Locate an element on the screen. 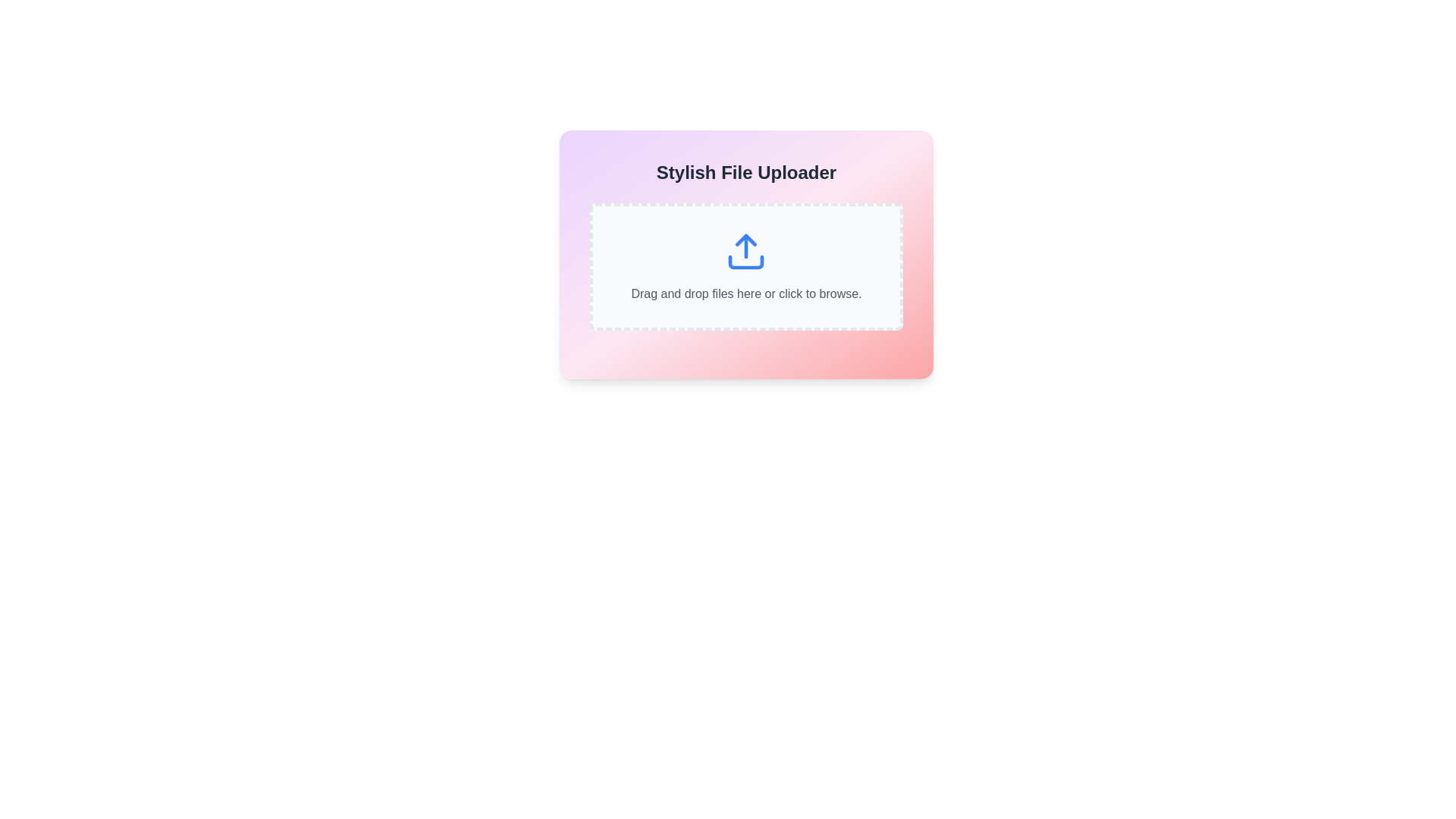 The width and height of the screenshot is (1456, 819). the File Uploader area is located at coordinates (746, 253).